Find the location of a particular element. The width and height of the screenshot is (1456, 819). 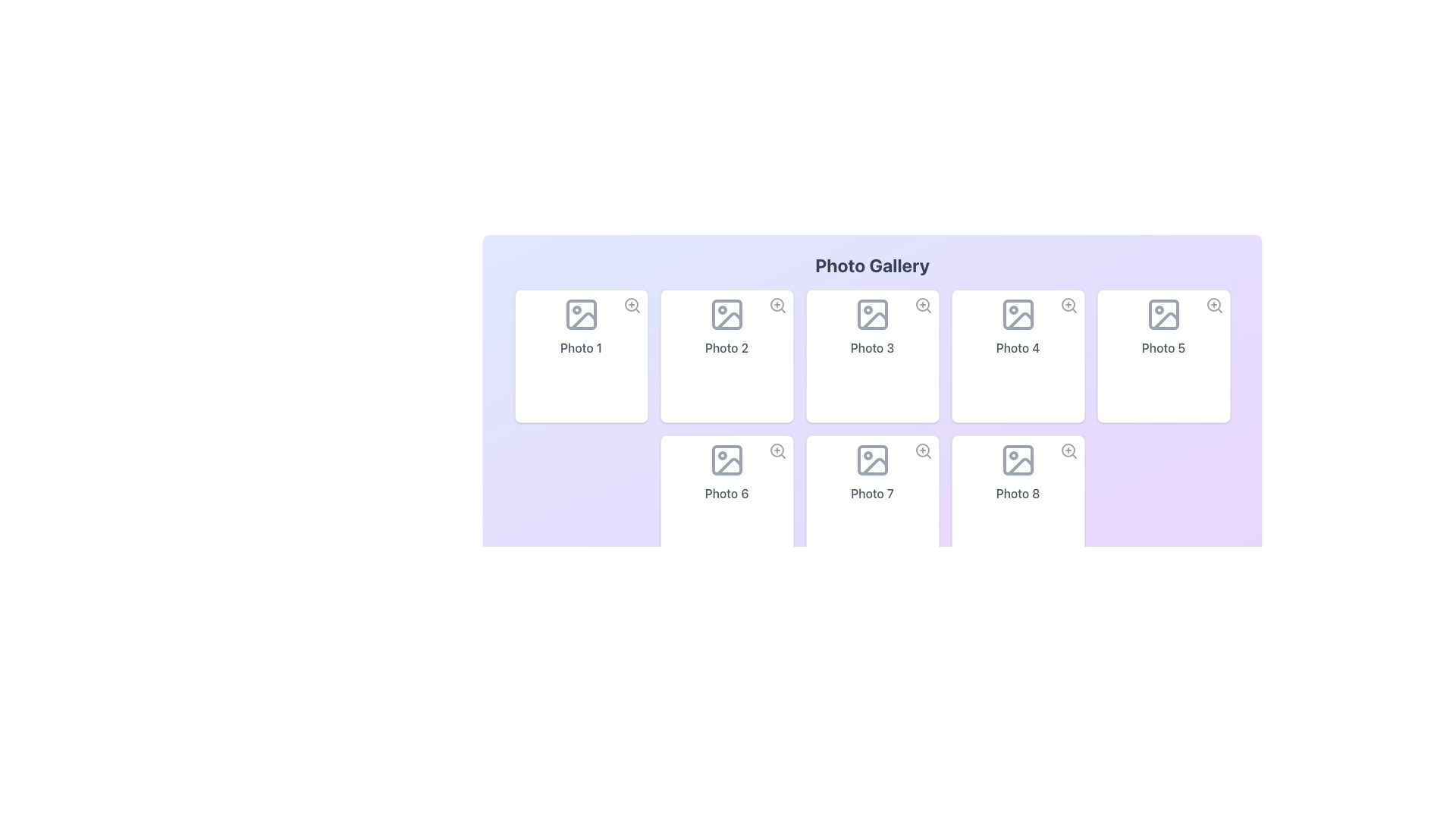

the icon representing the placeholder for the photo associated with the 'Photo 2' card, located in the second position of the first row in the gallery is located at coordinates (726, 314).